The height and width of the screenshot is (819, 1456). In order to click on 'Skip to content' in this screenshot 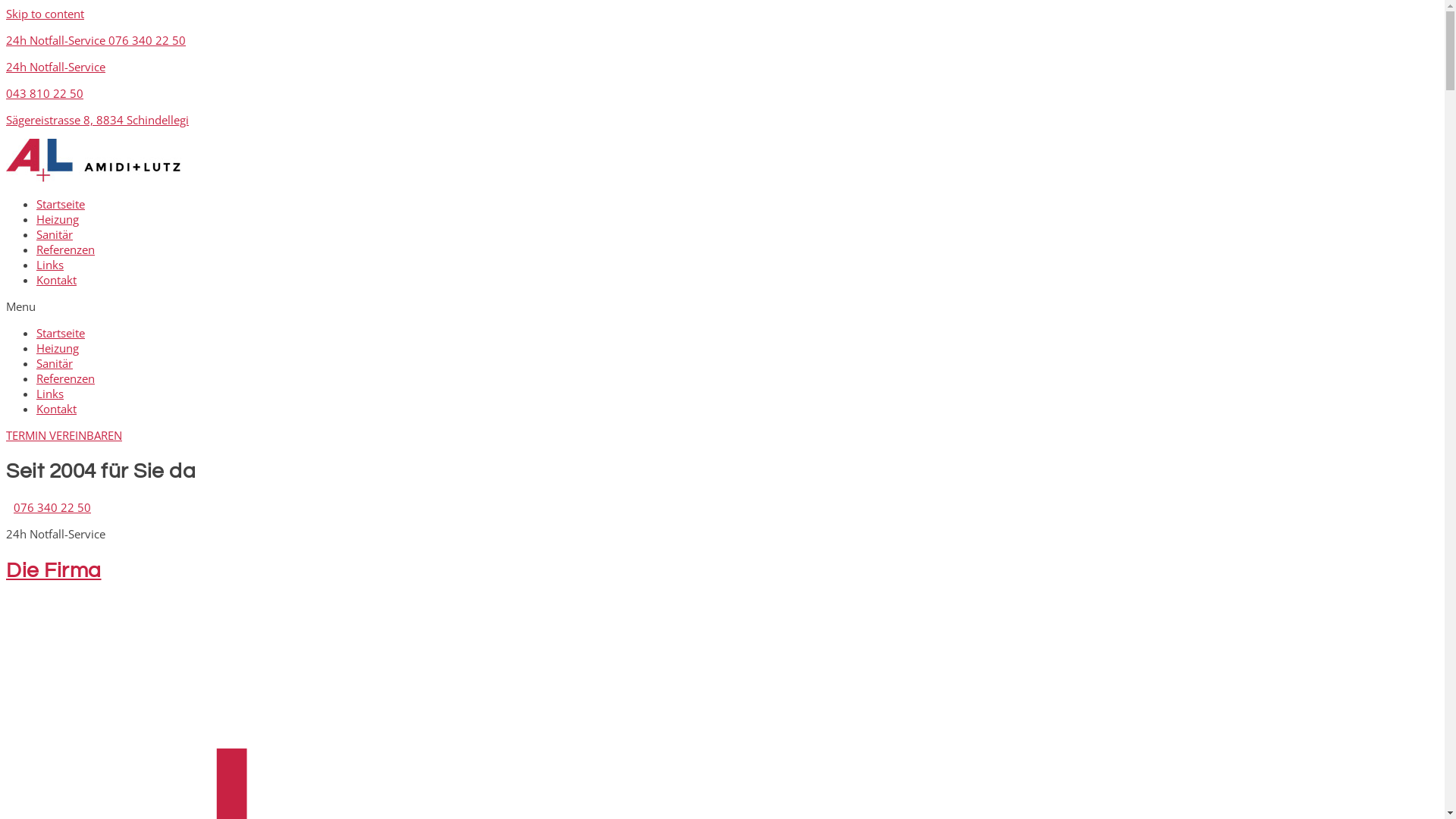, I will do `click(45, 14)`.